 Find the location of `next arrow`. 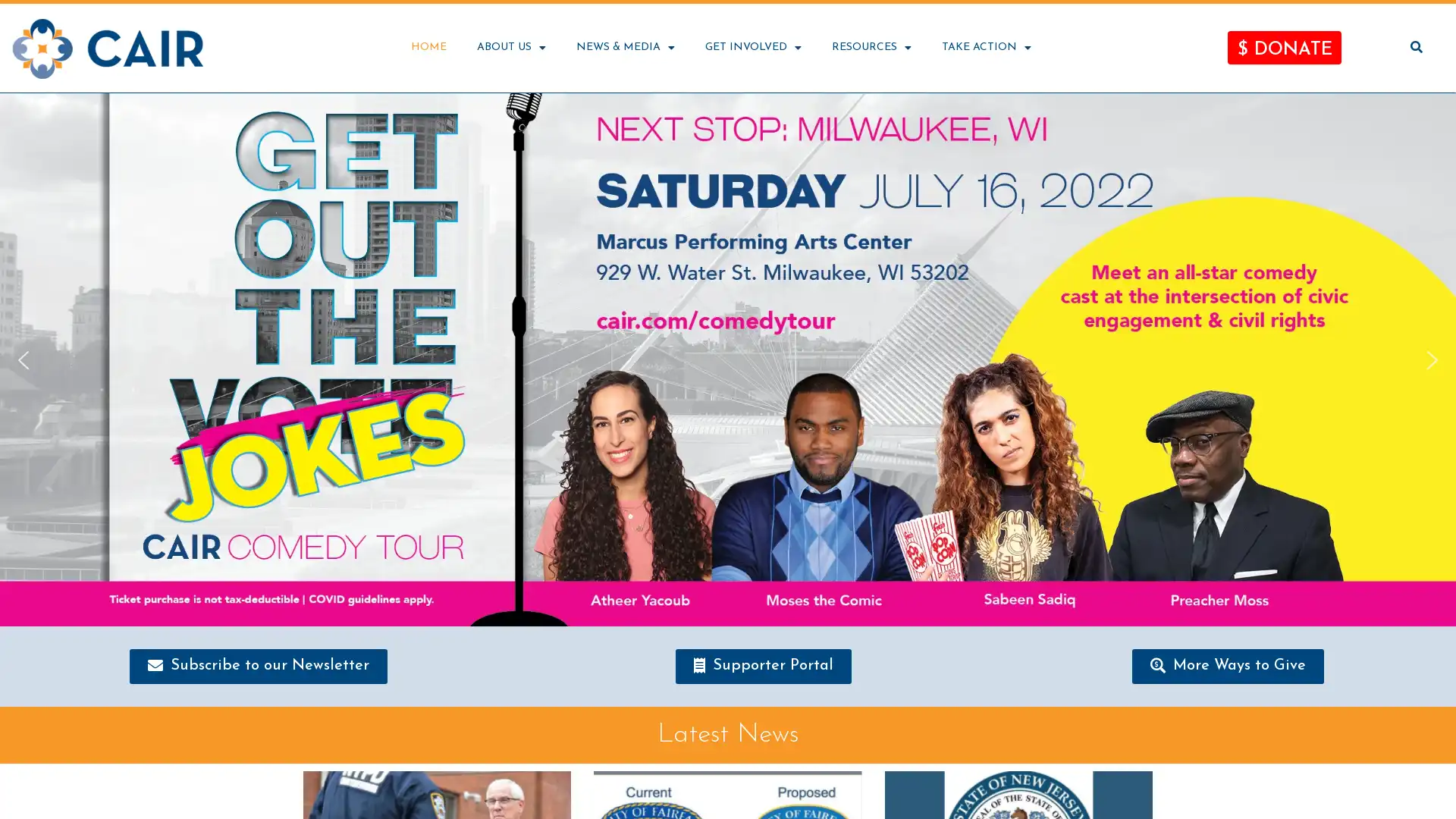

next arrow is located at coordinates (1432, 359).